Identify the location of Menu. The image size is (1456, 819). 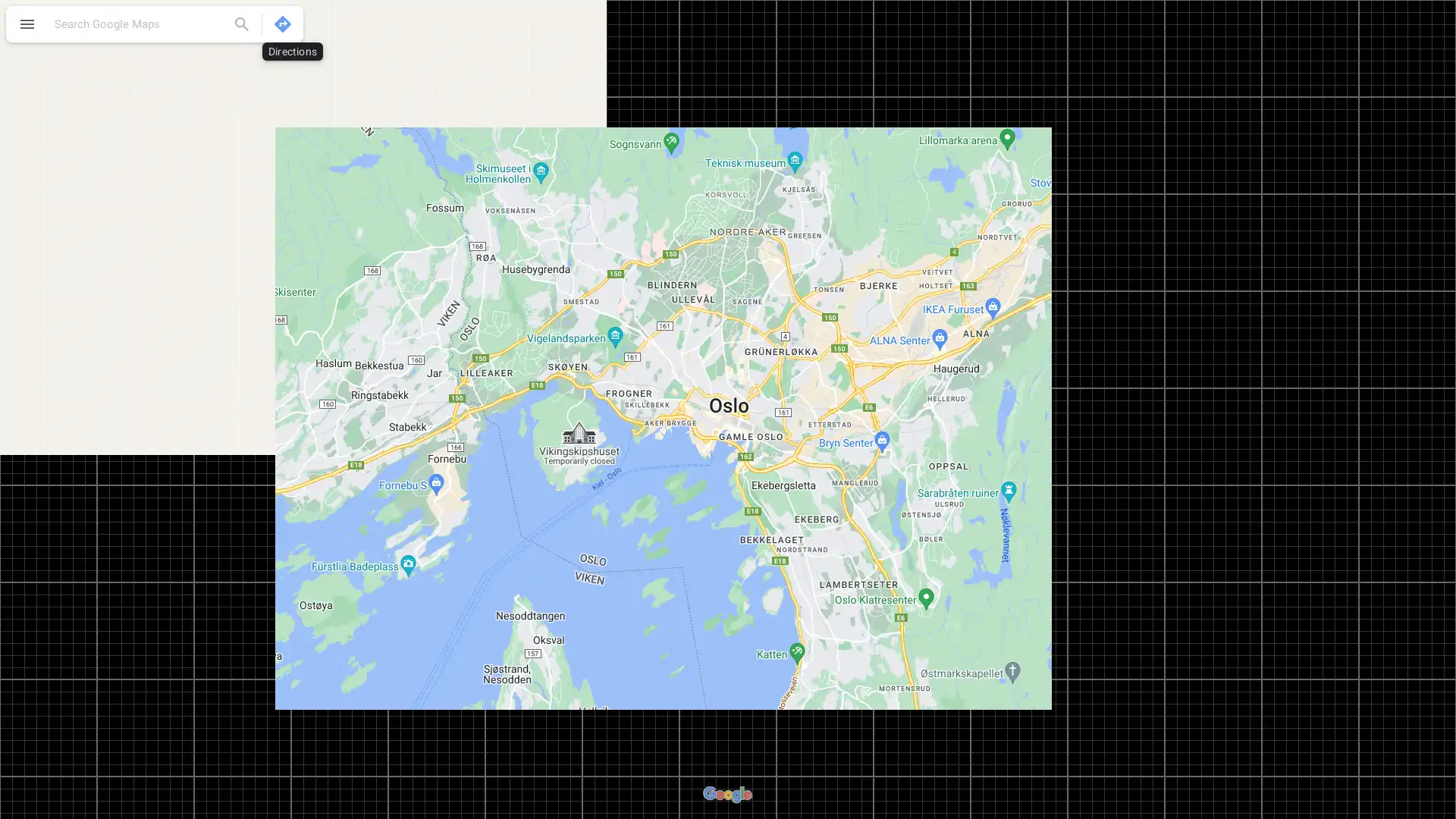
(27, 26).